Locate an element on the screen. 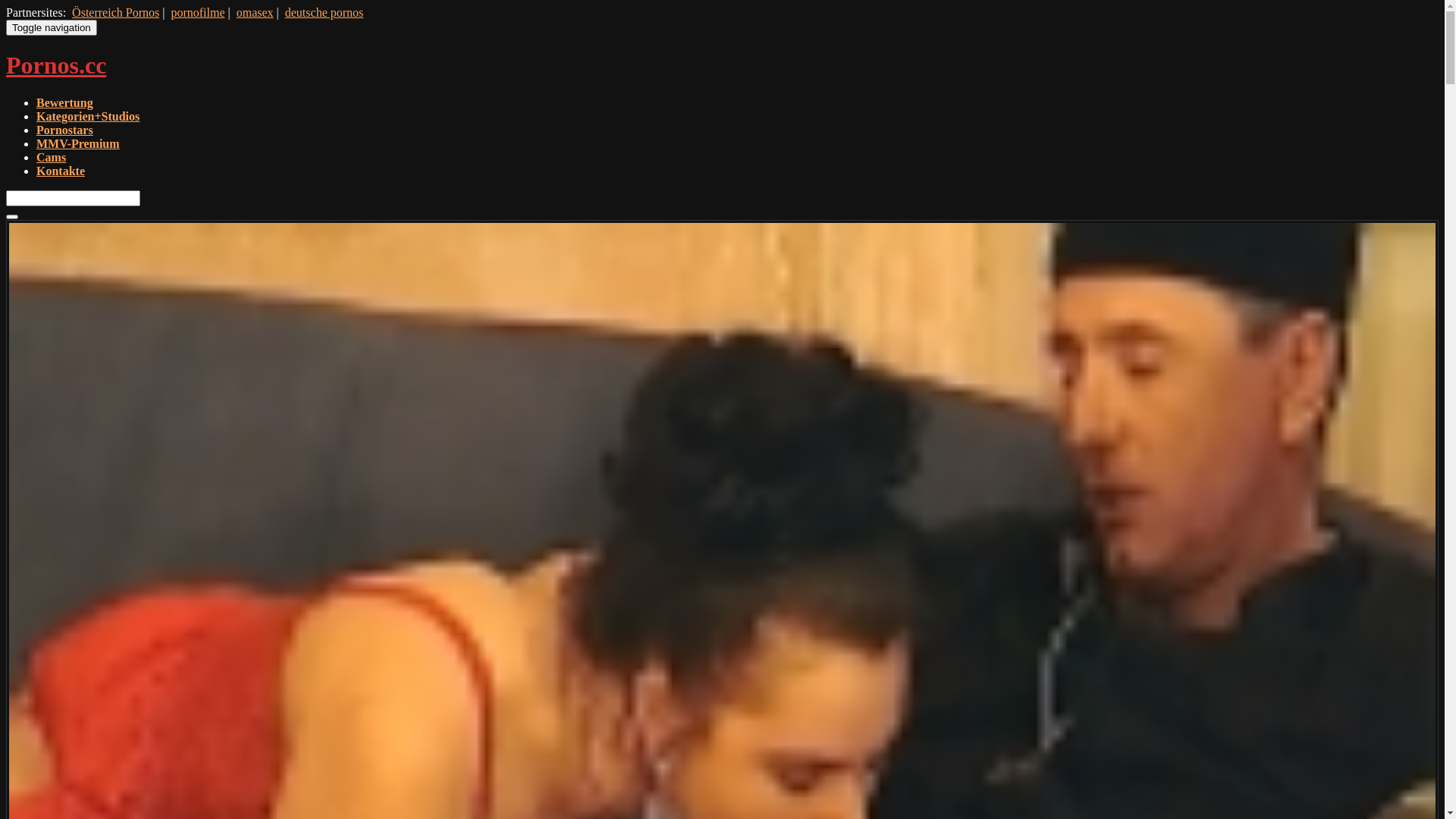  'Kategorien+Studios' is located at coordinates (86, 115).